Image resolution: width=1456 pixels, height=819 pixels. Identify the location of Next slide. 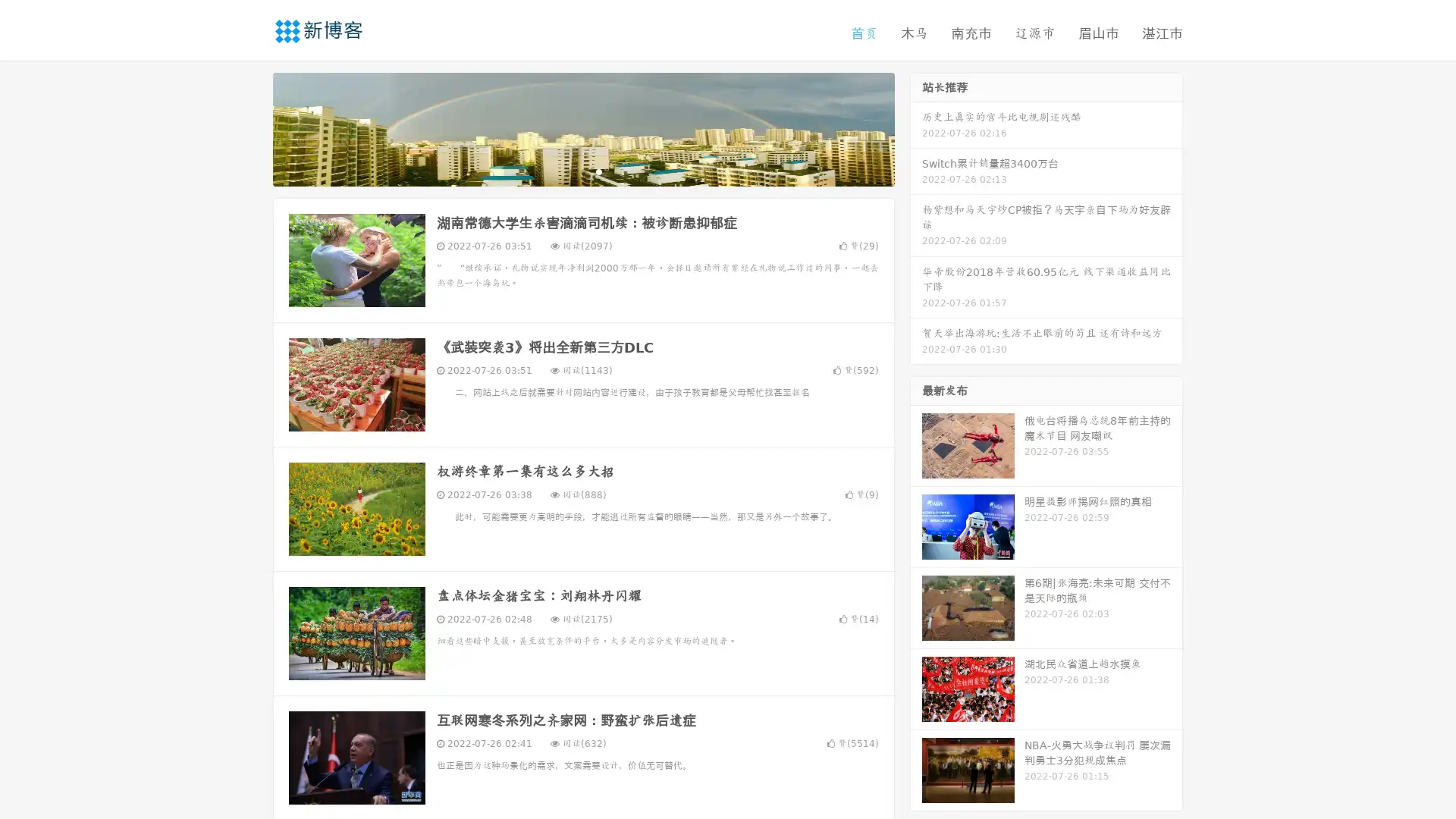
(916, 127).